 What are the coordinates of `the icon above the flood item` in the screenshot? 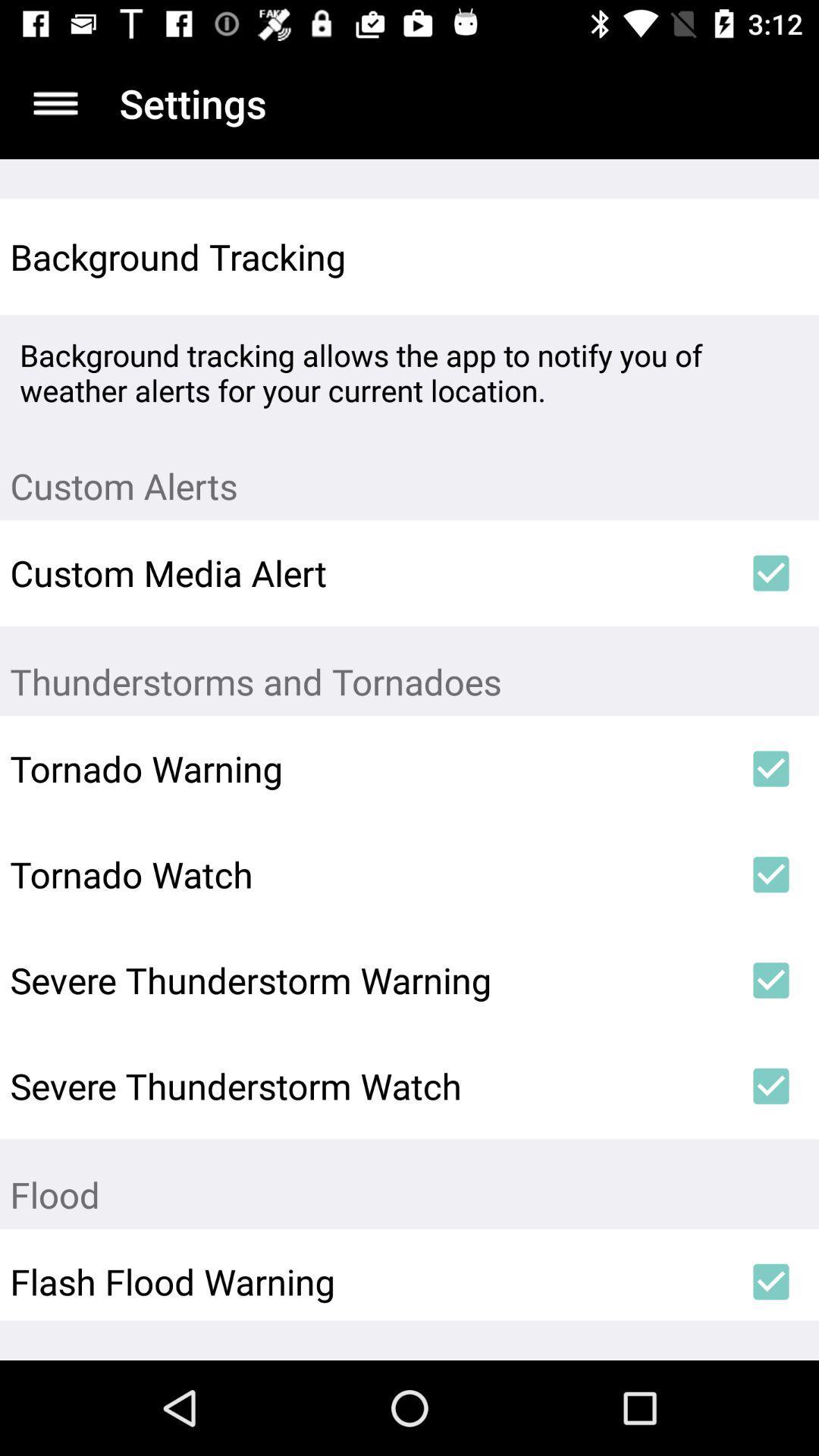 It's located at (771, 1085).